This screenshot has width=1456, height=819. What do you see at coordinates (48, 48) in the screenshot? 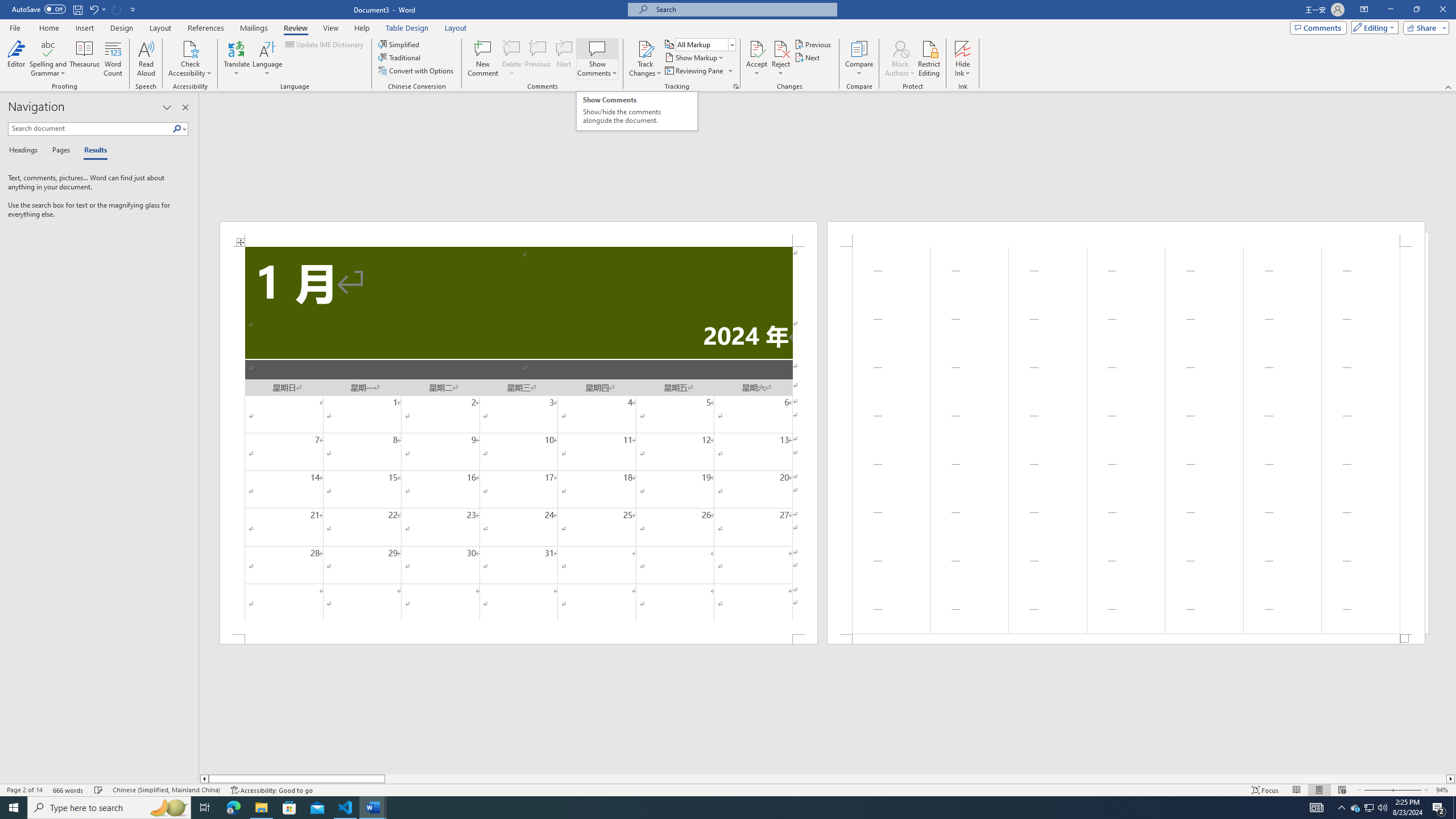
I see `'Spelling and Grammar'` at bounding box center [48, 48].